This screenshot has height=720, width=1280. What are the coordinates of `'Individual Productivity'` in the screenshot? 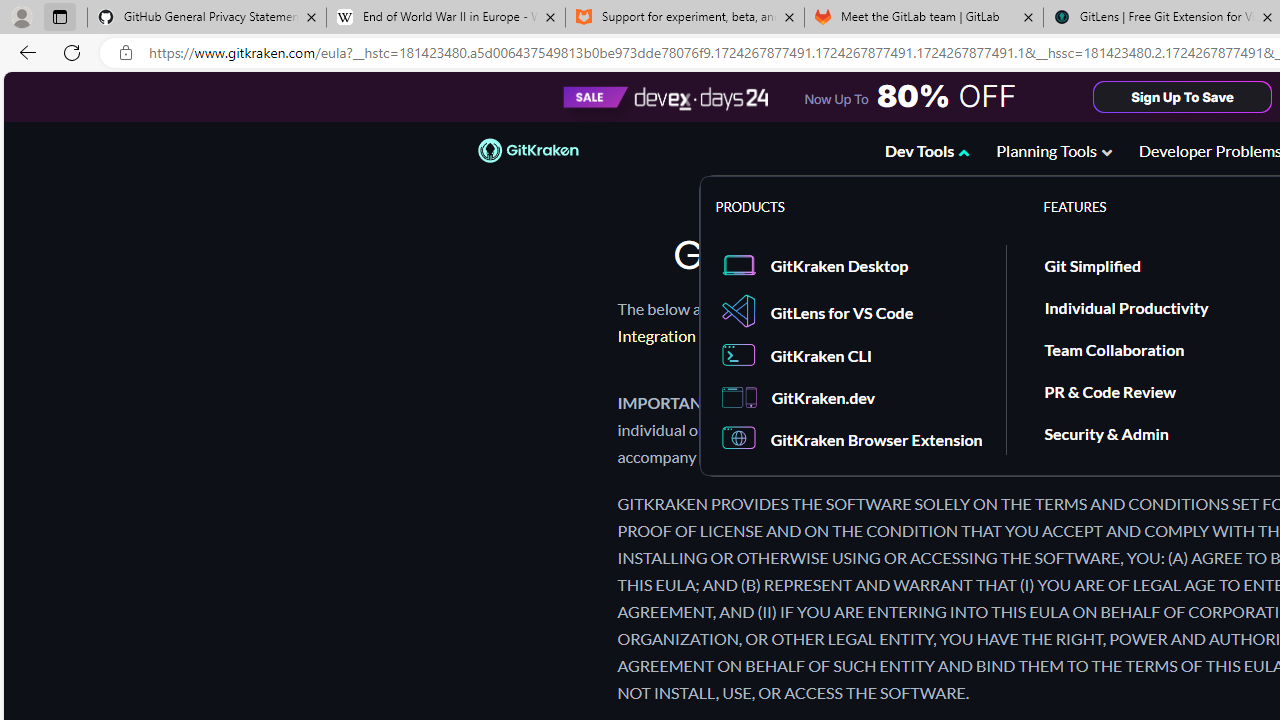 It's located at (1127, 306).